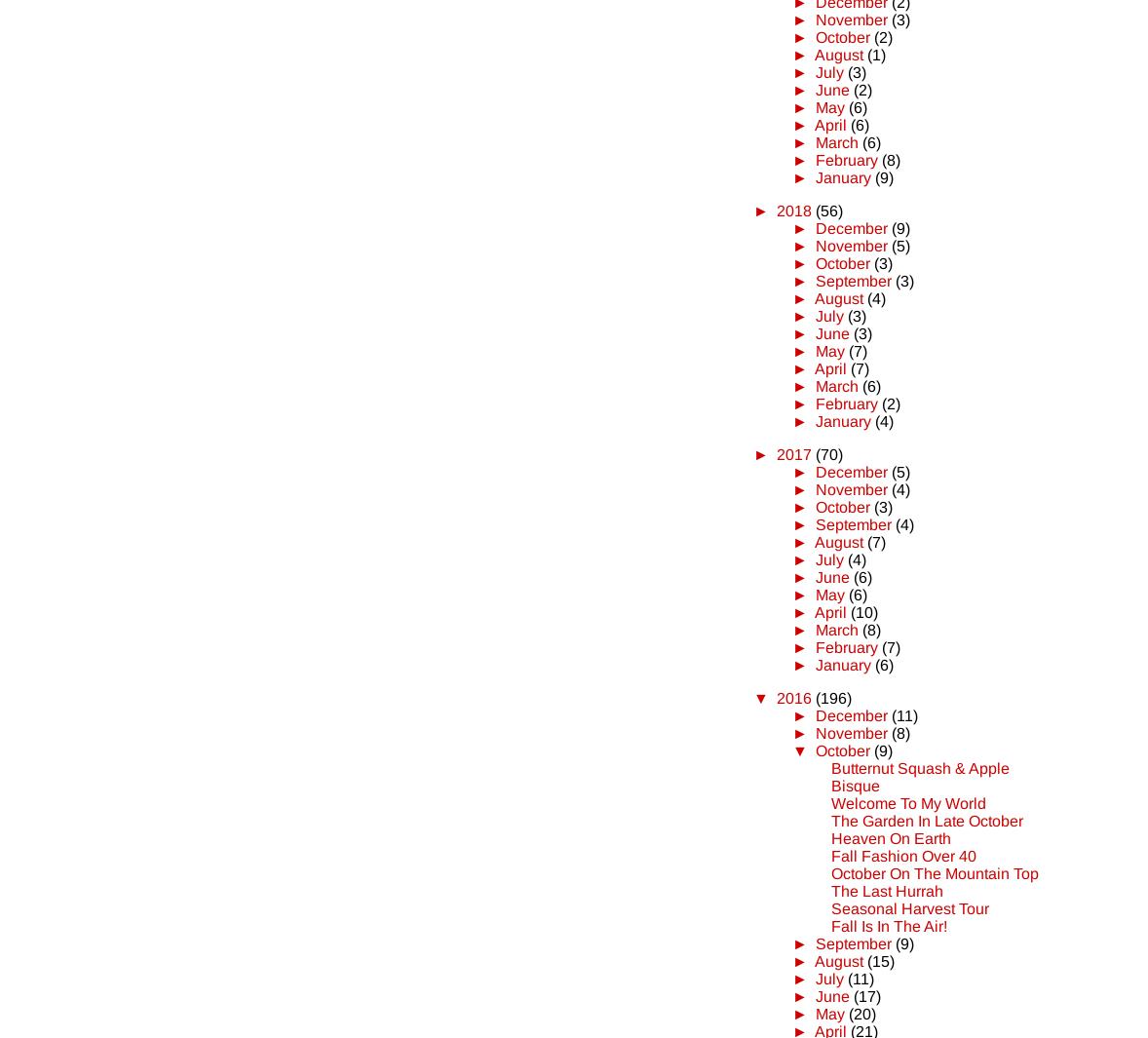 The height and width of the screenshot is (1038, 1148). I want to click on 'Fall Is In The Air!', so click(889, 925).